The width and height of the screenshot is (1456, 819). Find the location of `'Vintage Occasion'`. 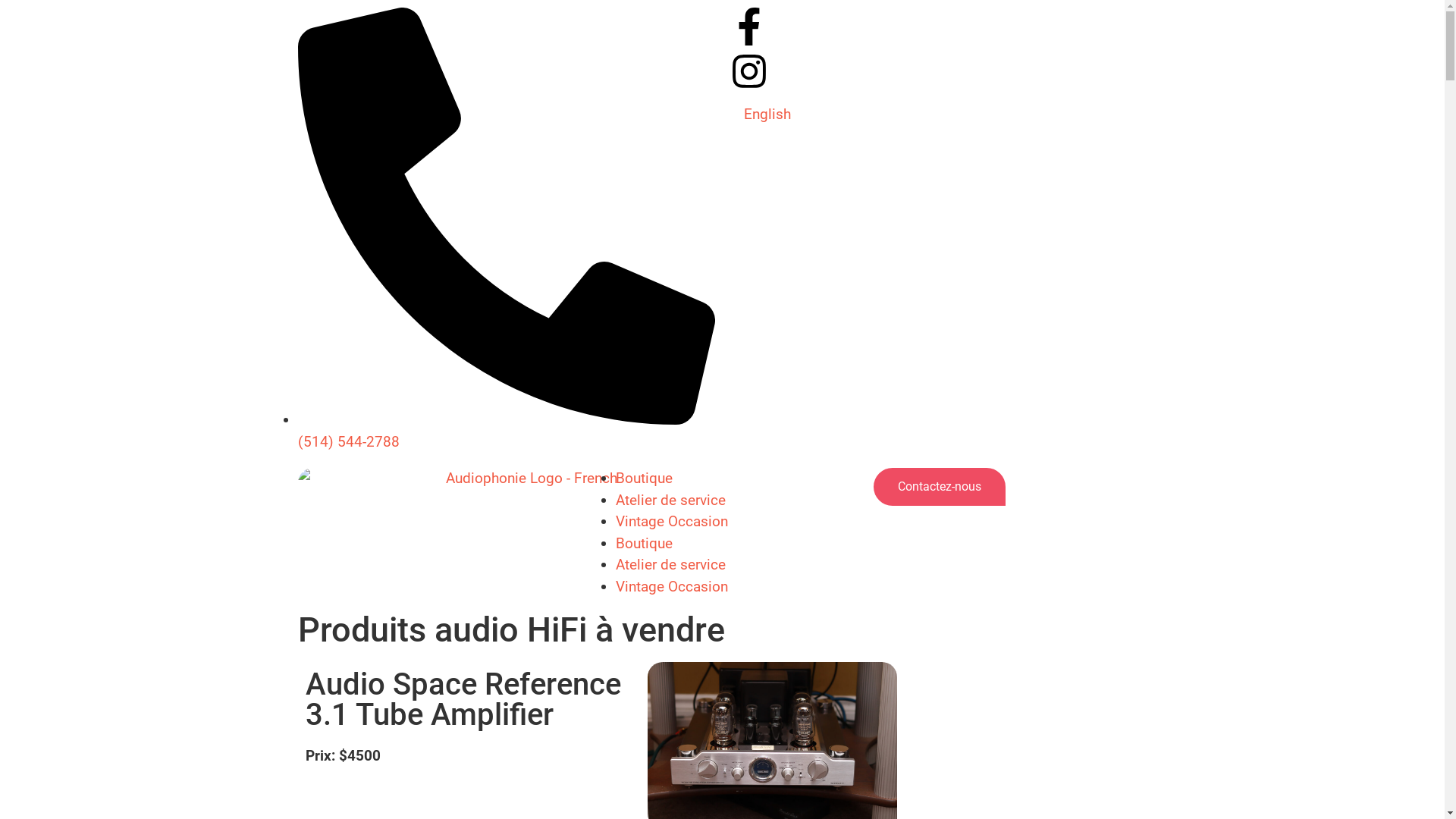

'Vintage Occasion' is located at coordinates (671, 585).